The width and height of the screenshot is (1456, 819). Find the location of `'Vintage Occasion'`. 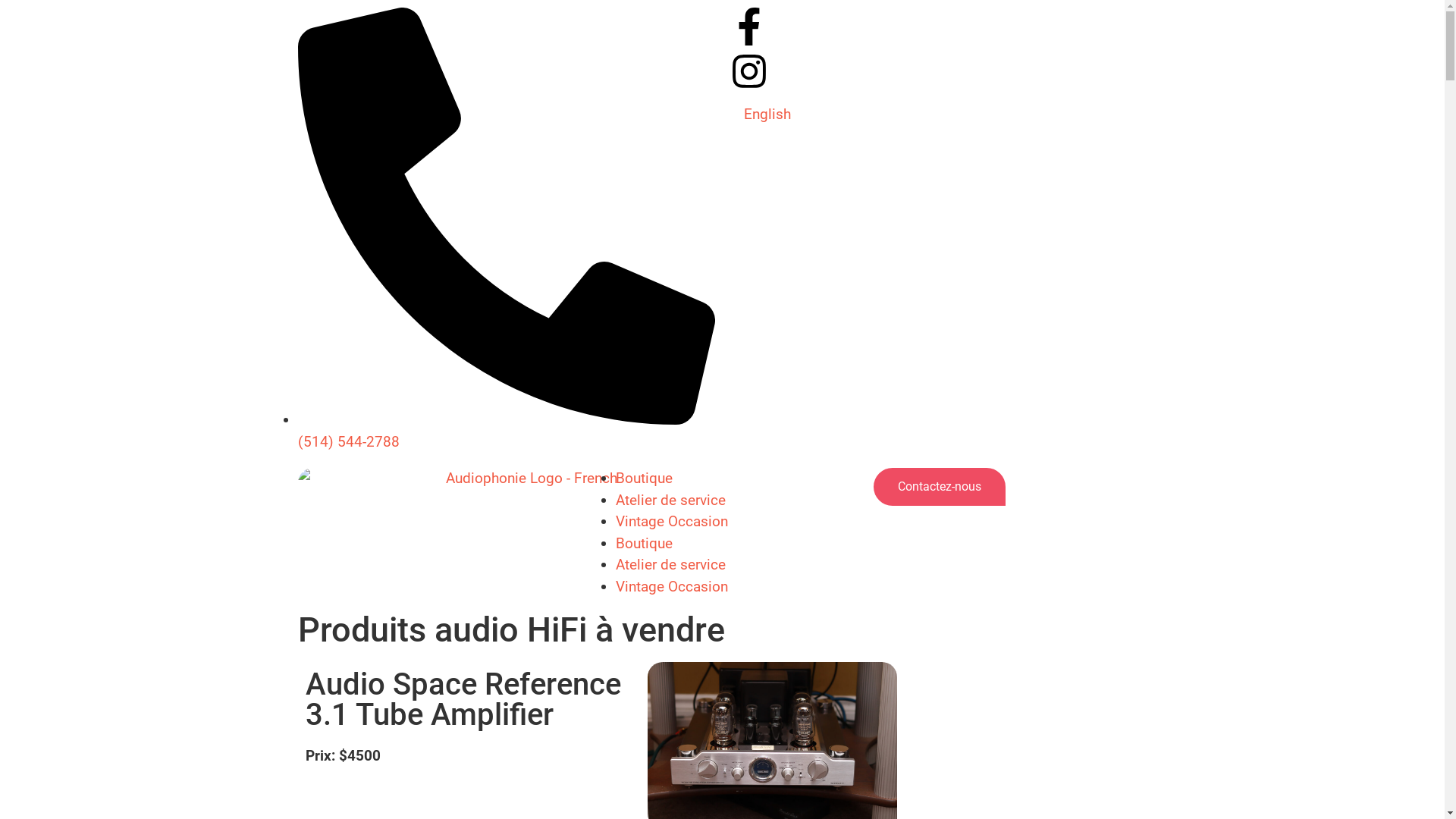

'Vintage Occasion' is located at coordinates (671, 585).